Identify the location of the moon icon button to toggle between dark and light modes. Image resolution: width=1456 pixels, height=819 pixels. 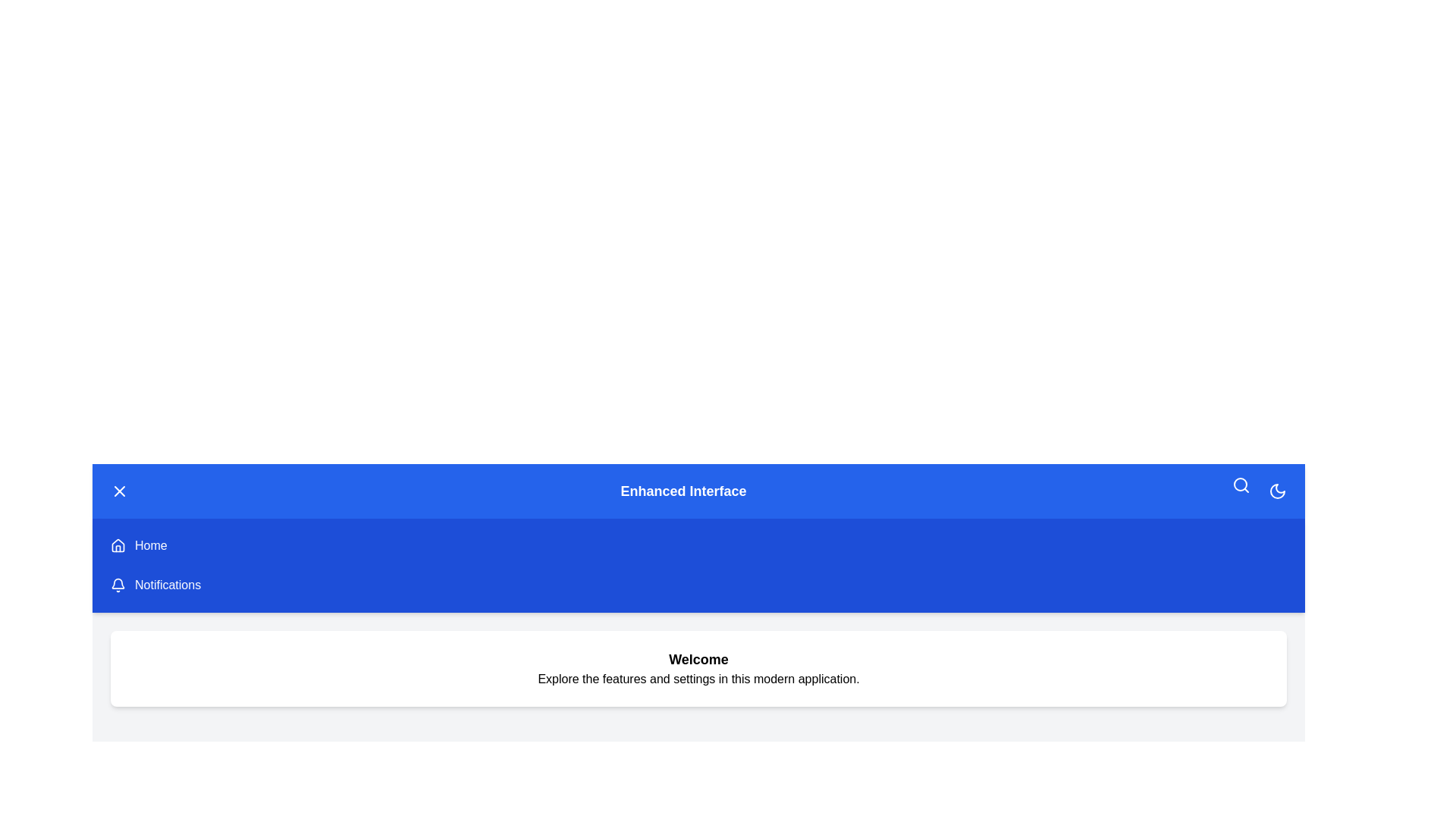
(1276, 491).